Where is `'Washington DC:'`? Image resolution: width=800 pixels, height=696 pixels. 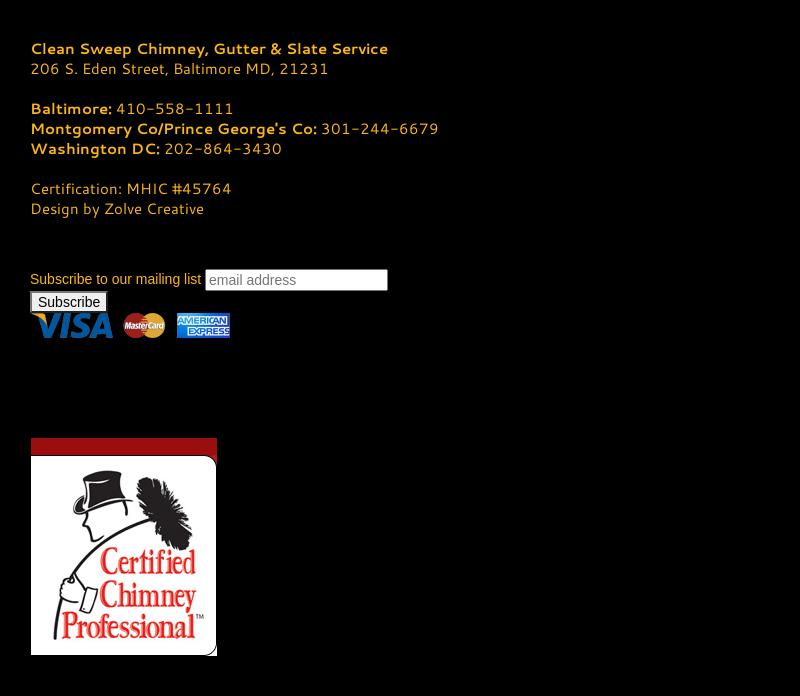
'Washington DC:' is located at coordinates (96, 147).